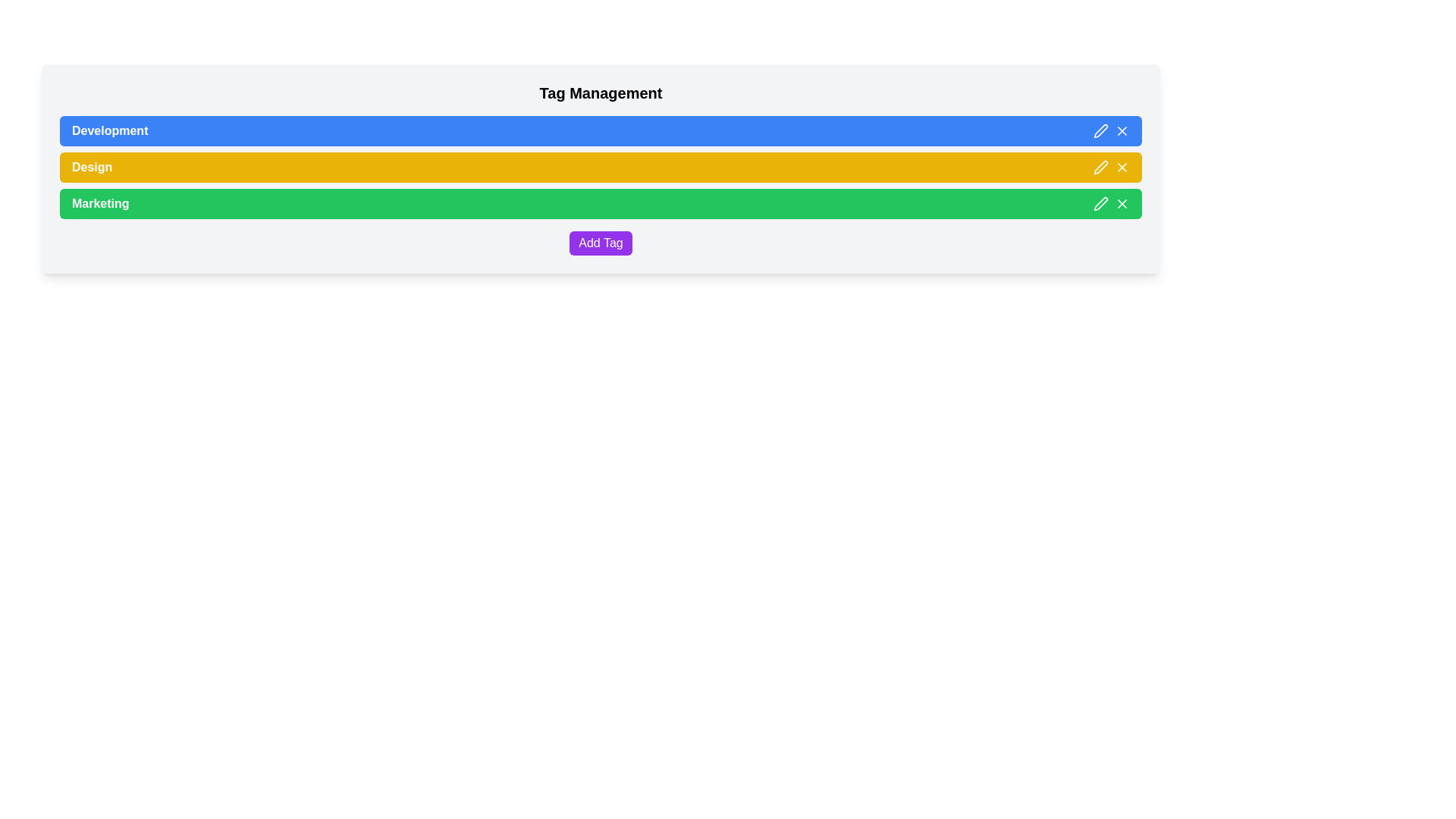 The image size is (1456, 819). What do you see at coordinates (99, 203) in the screenshot?
I see `text content of the 'Marketing' label, which is a bold white font on a green background, located third in a vertical list of three rows` at bounding box center [99, 203].